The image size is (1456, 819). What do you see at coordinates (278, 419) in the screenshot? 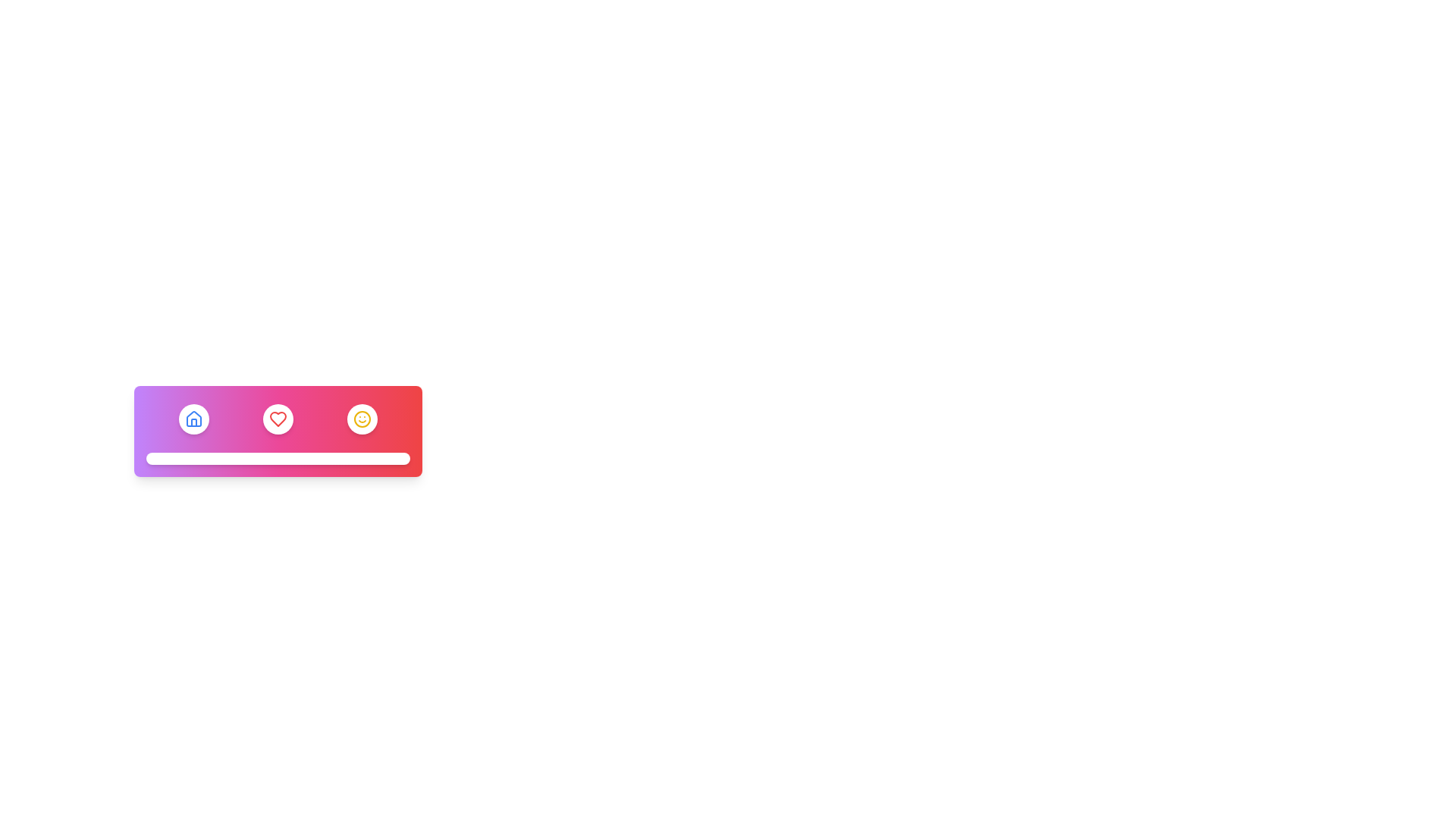
I see `the heart icon located in the center of the top-right button of the navigation bar` at bounding box center [278, 419].